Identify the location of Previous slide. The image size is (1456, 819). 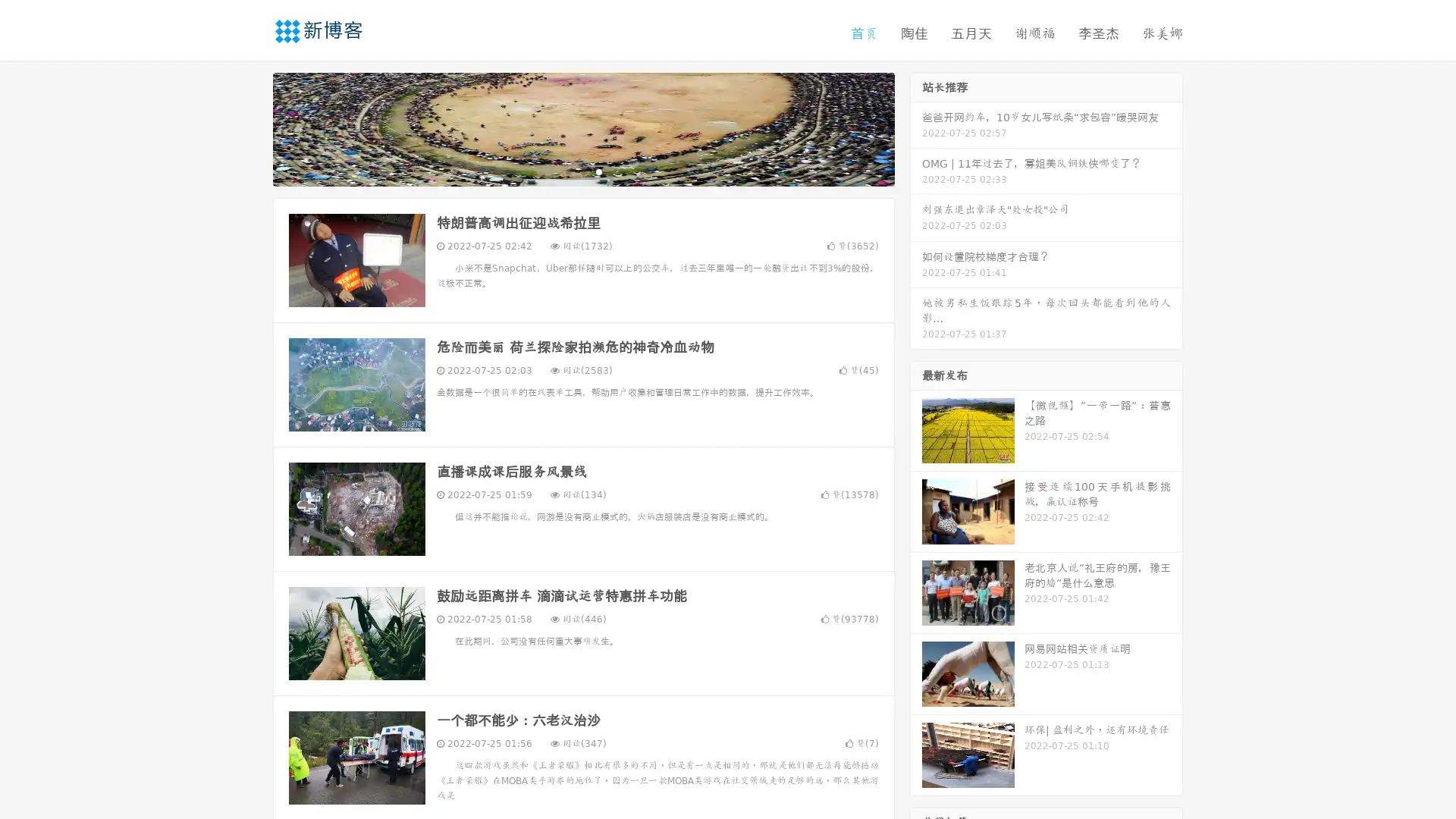
(250, 127).